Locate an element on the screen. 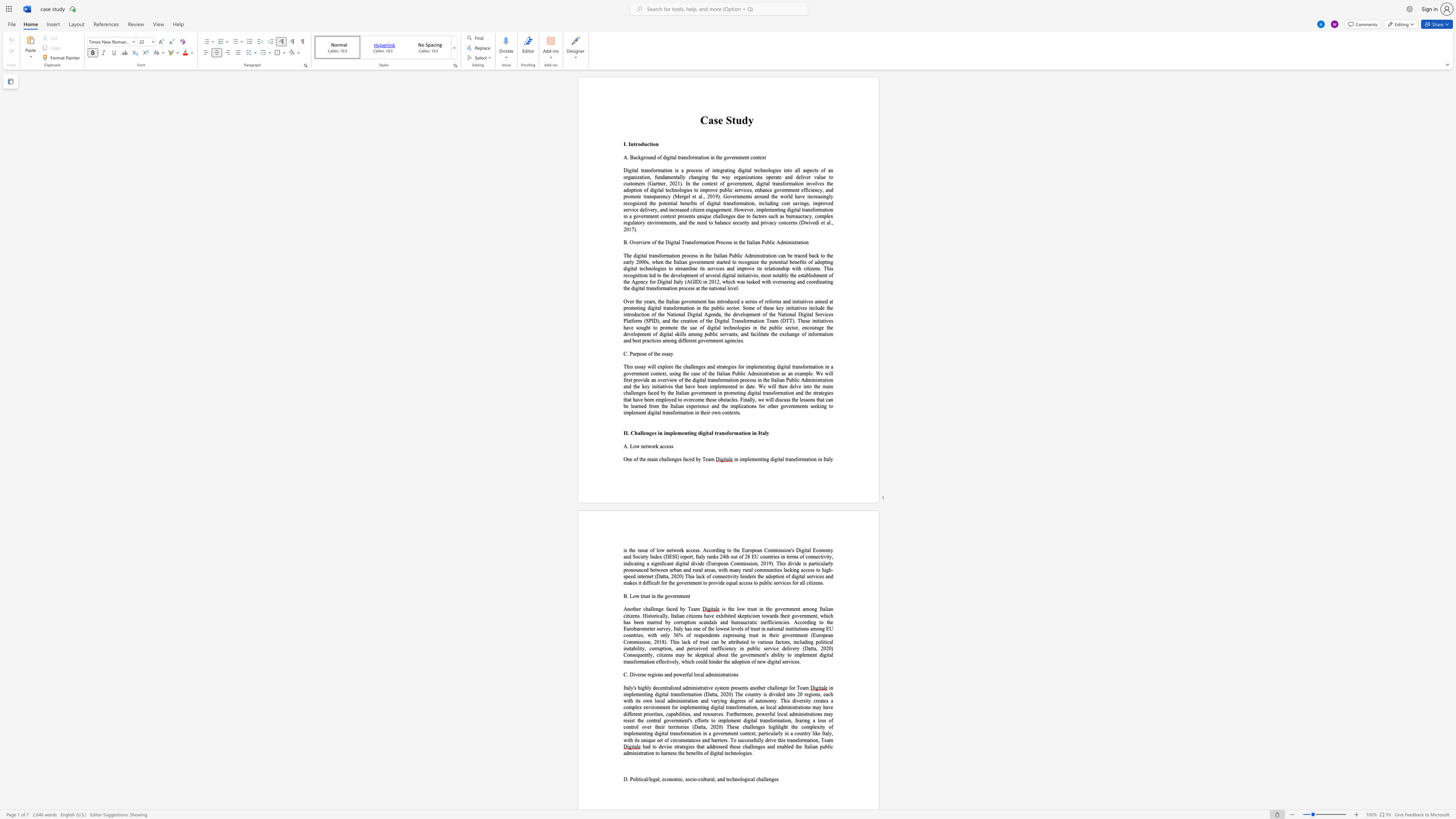 The height and width of the screenshot is (819, 1456). the subset text "erful local administrations" within the text "C. Diverse regions and powerful local administrations" is located at coordinates (682, 674).